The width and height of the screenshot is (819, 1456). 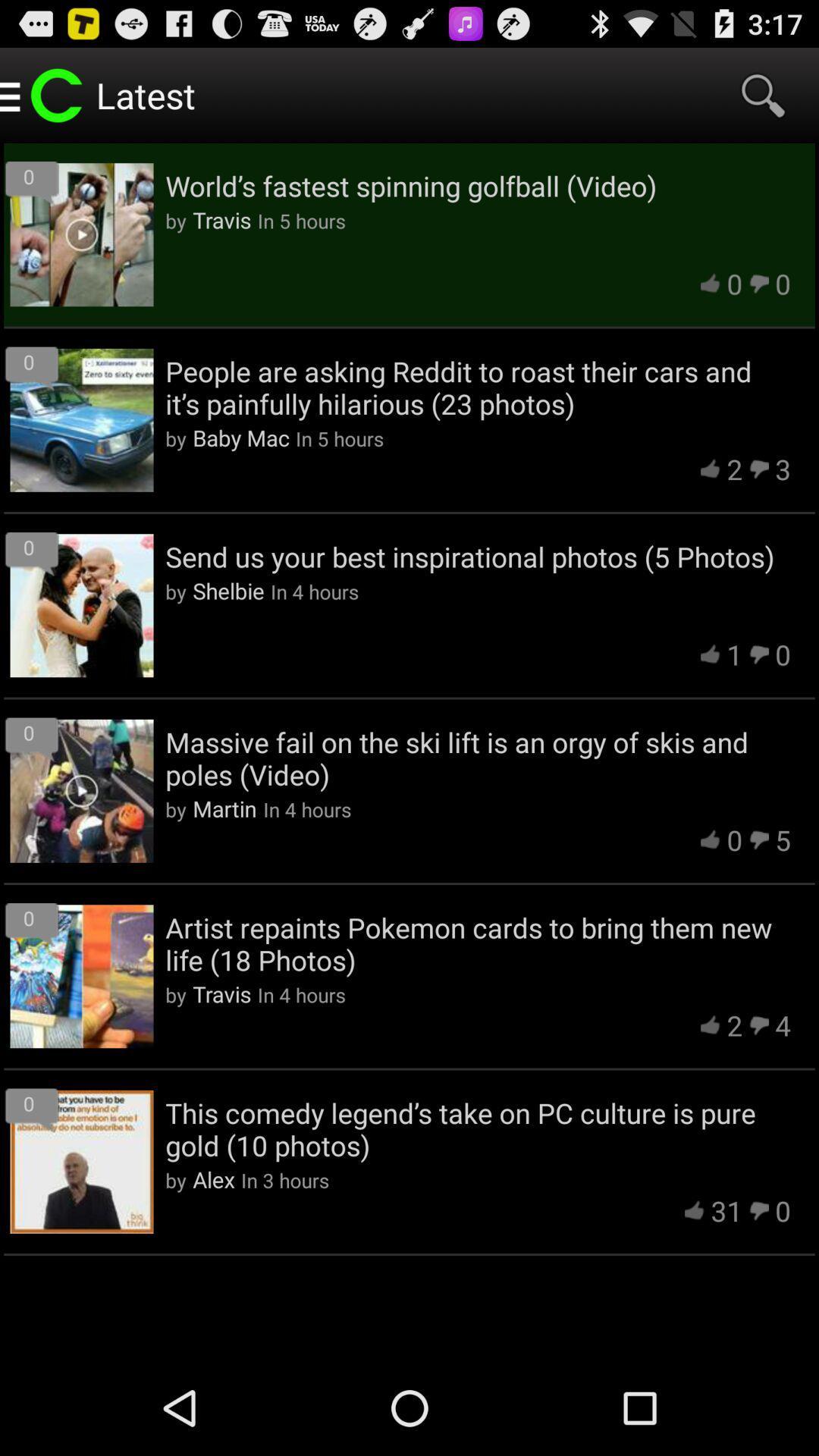 What do you see at coordinates (763, 94) in the screenshot?
I see `item above the world s fastest app` at bounding box center [763, 94].